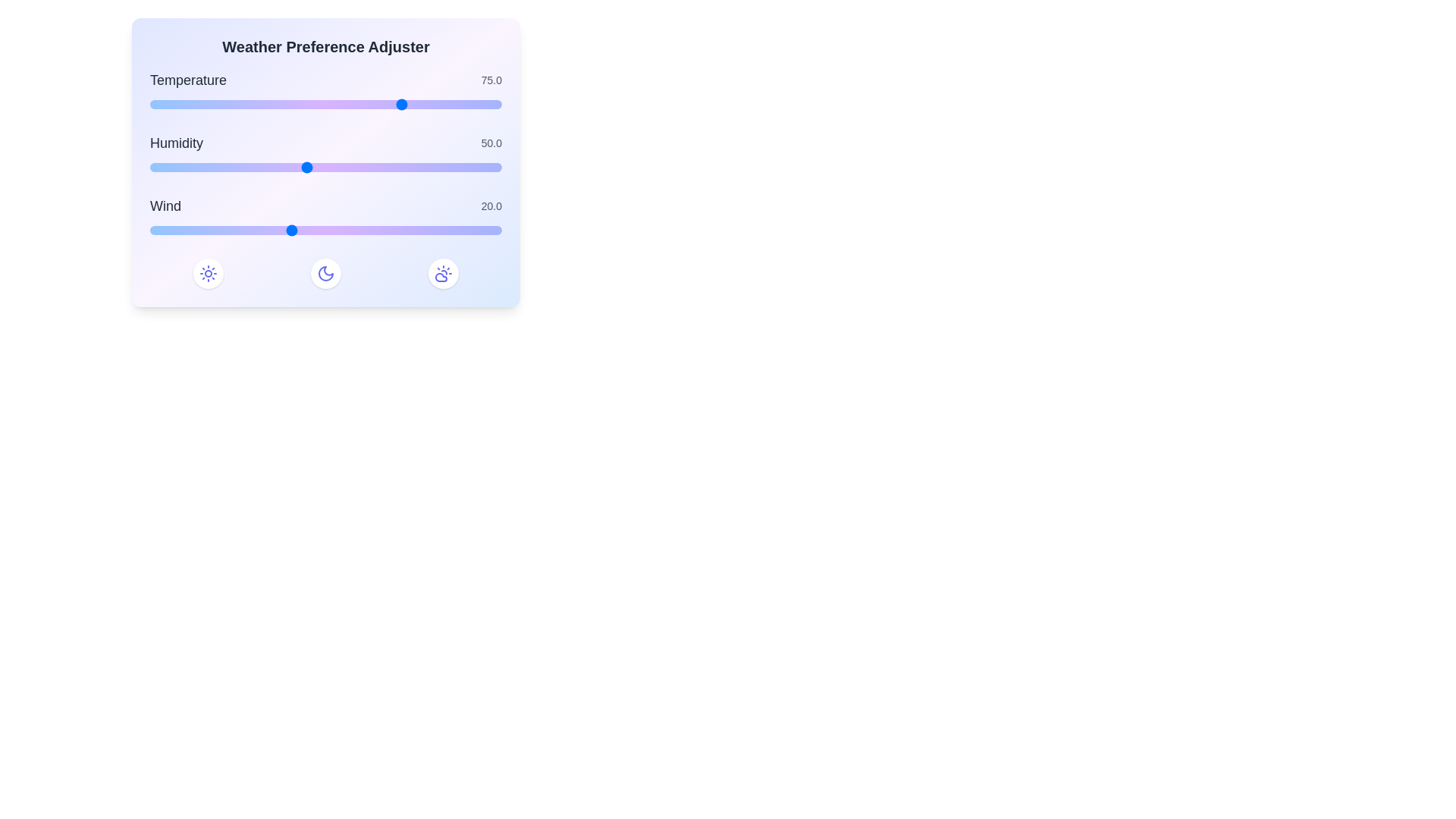 The width and height of the screenshot is (1456, 819). What do you see at coordinates (199, 231) in the screenshot?
I see `wind preference` at bounding box center [199, 231].